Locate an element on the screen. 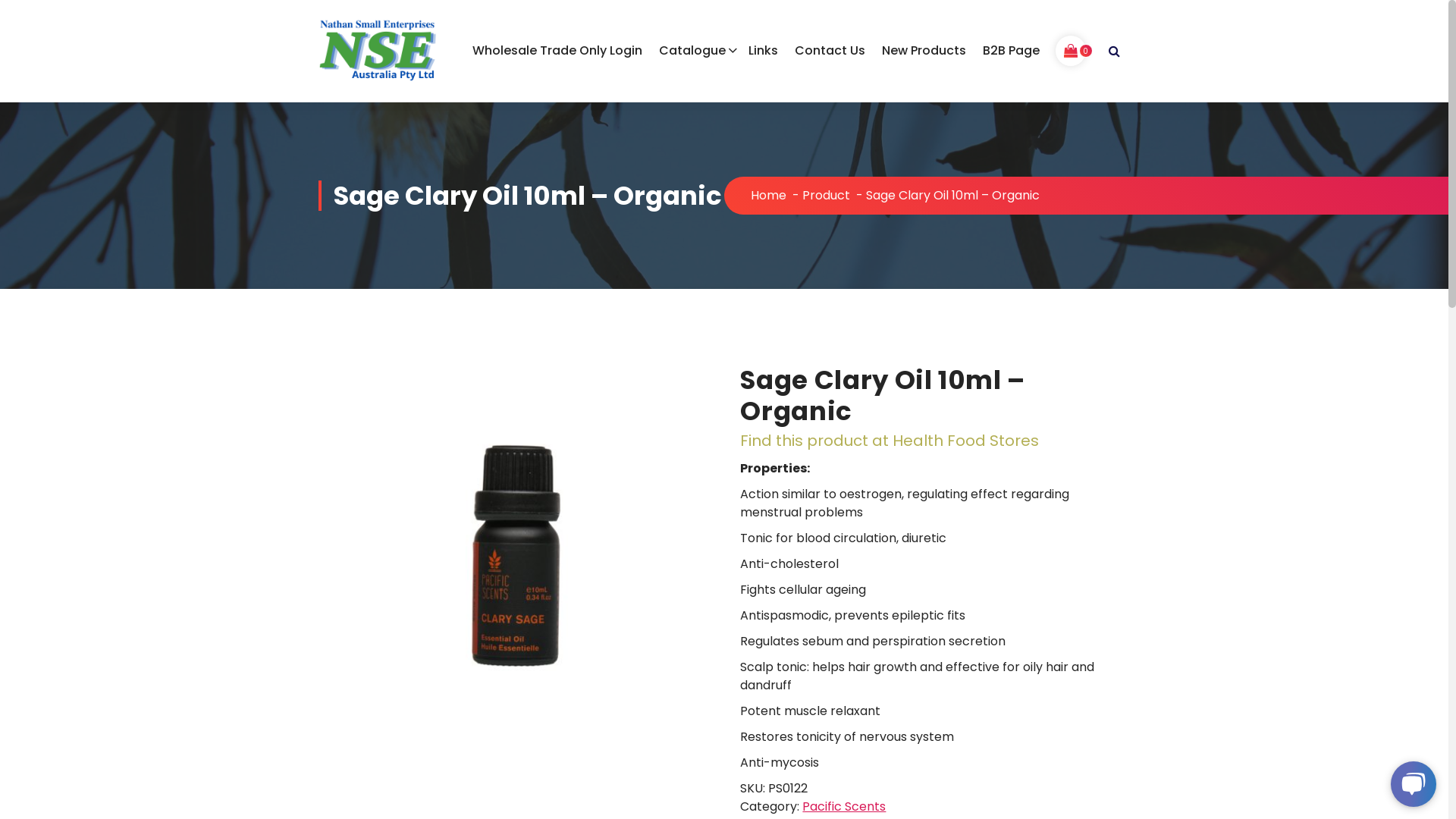 This screenshot has width=1456, height=819. 'Contact Us' is located at coordinates (829, 49).